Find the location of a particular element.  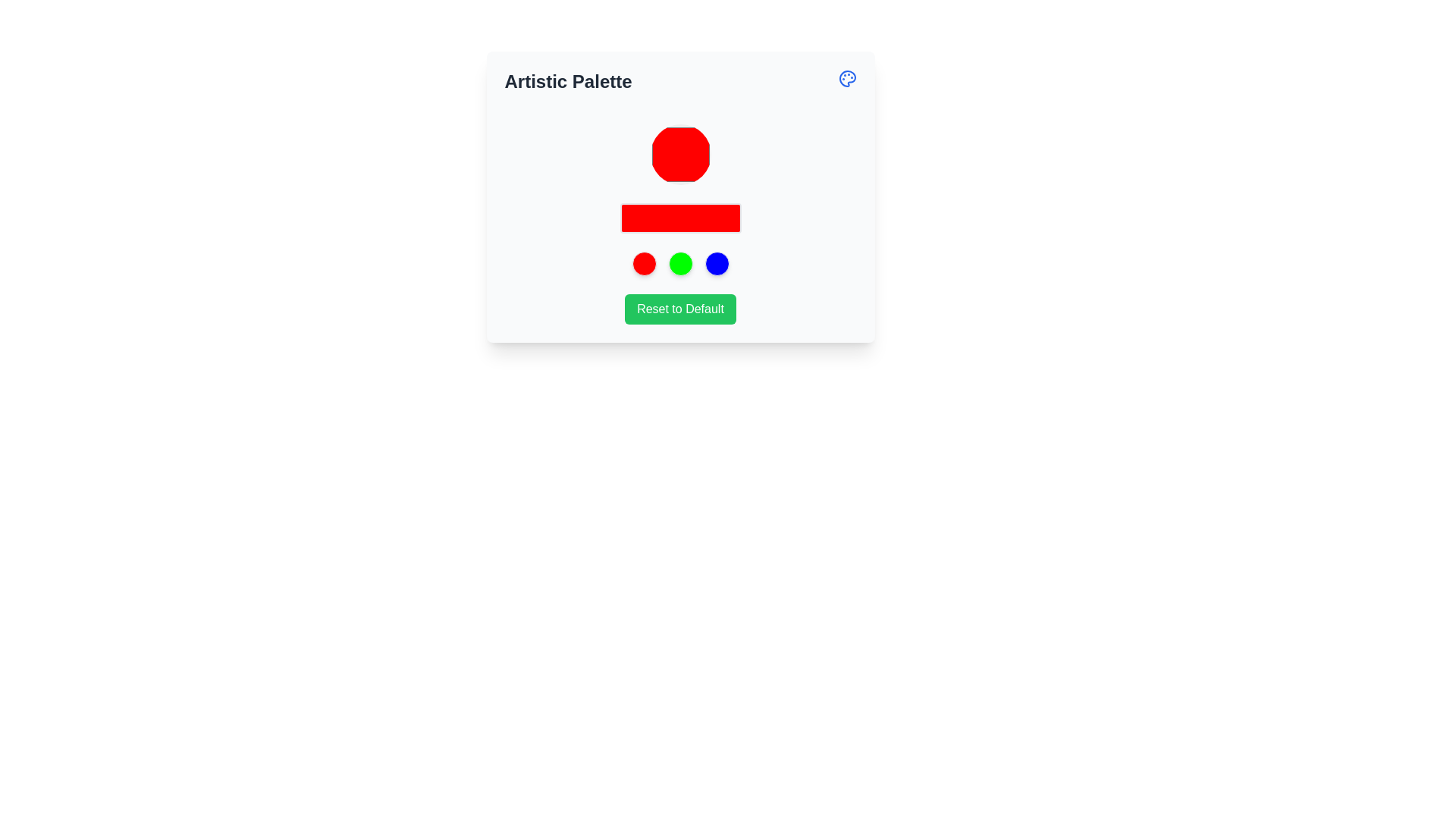

the green circular button from the center of the group of three circular buttons in the 'Artistic Palette' card is located at coordinates (679, 262).